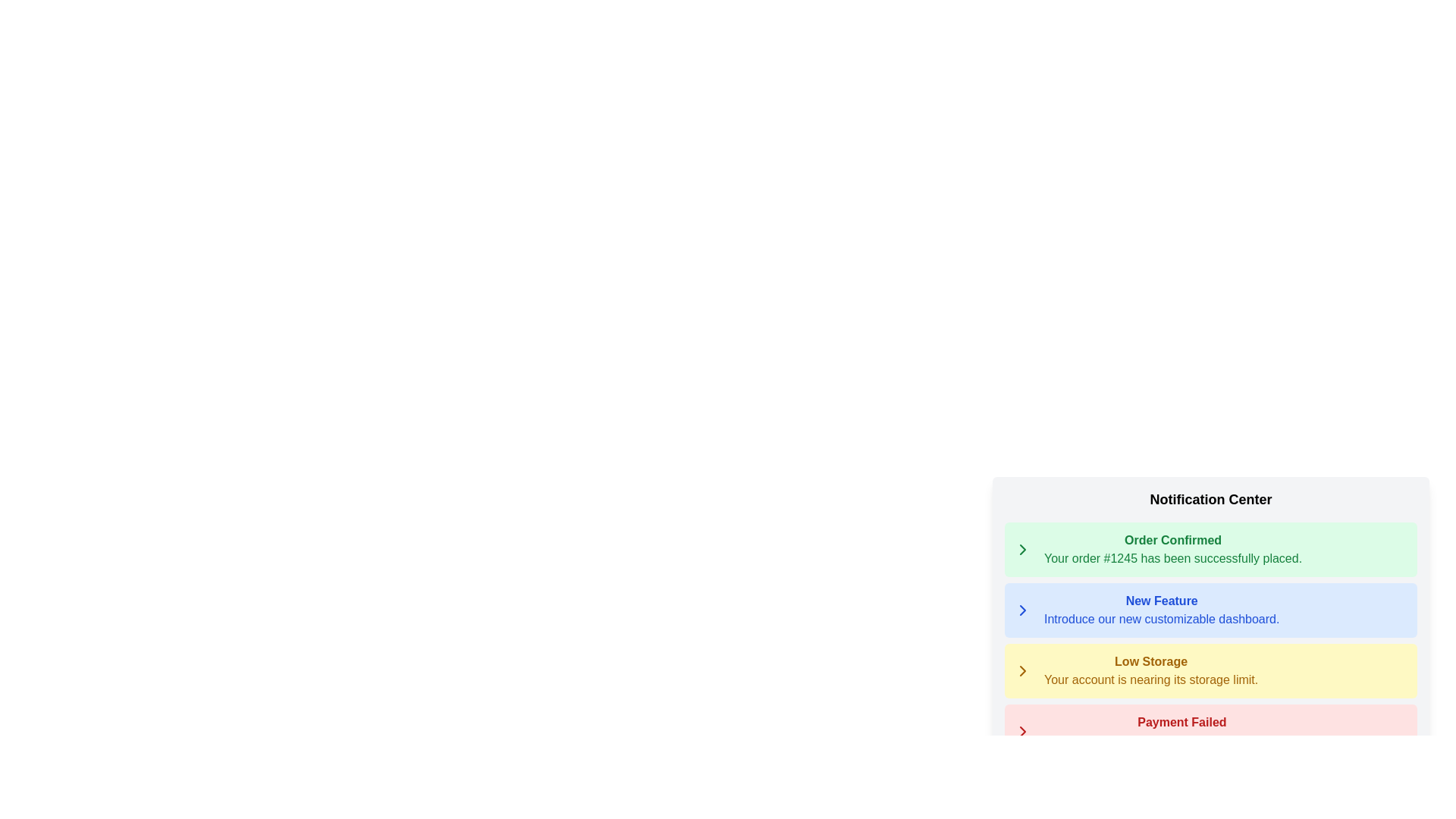 This screenshot has width=1456, height=819. Describe the element at coordinates (1022, 730) in the screenshot. I see `the rightward-pointing chevron icon located at the right end of the 'Payment Failed' notification entry in the Notification Center to initiate navigation` at that location.